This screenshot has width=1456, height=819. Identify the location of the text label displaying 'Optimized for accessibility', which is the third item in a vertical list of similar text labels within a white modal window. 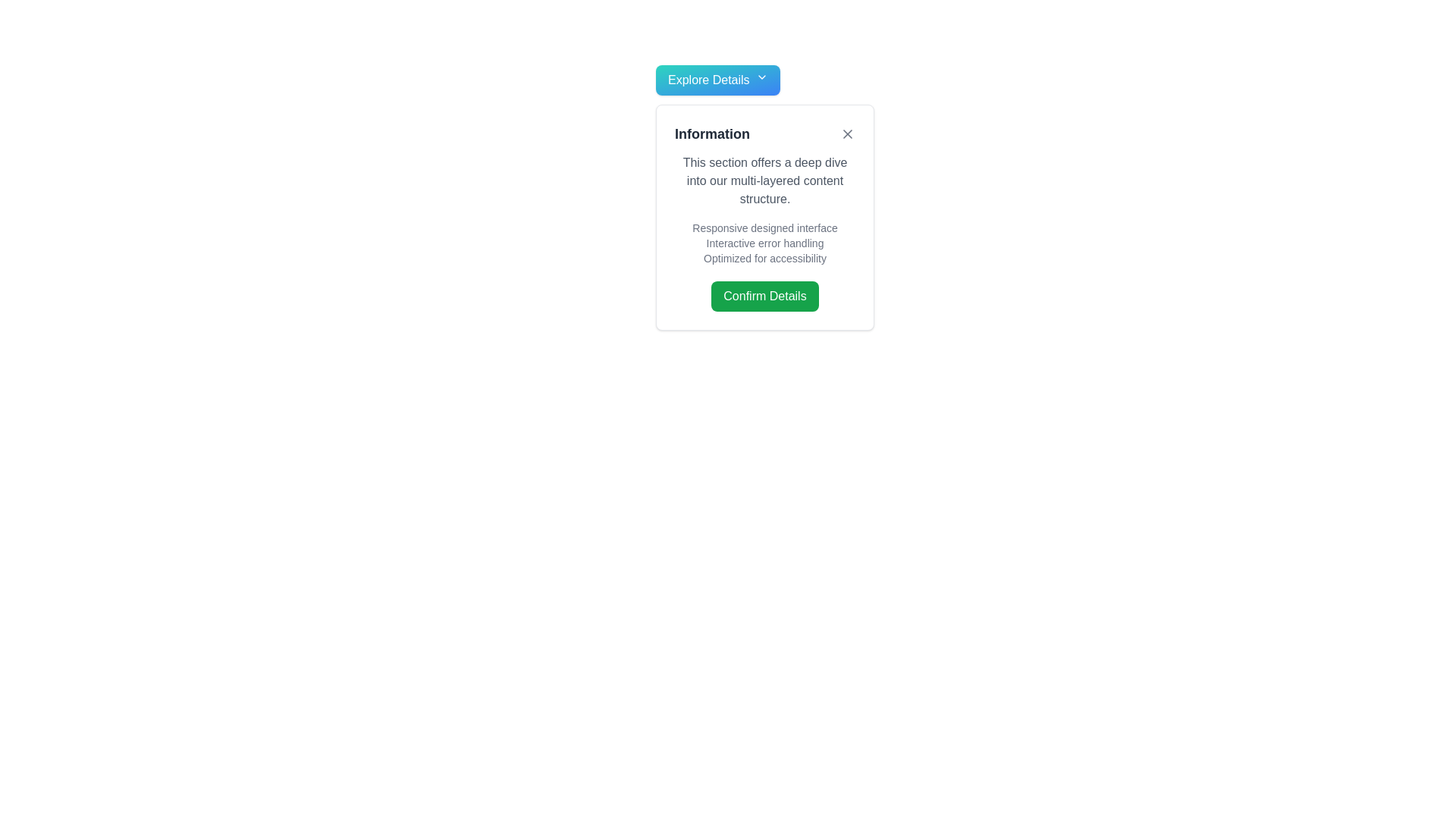
(764, 257).